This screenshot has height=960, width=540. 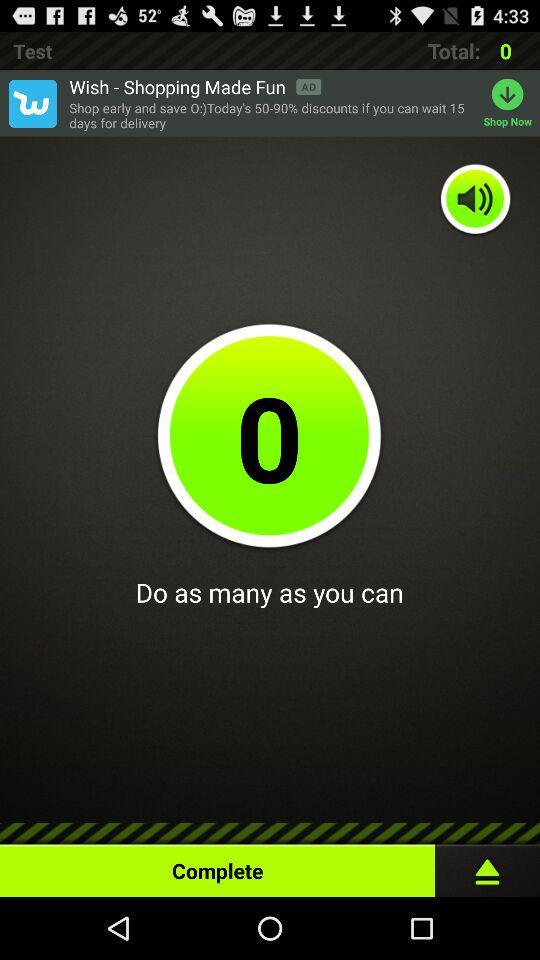 What do you see at coordinates (195, 86) in the screenshot?
I see `wish shopping made item` at bounding box center [195, 86].